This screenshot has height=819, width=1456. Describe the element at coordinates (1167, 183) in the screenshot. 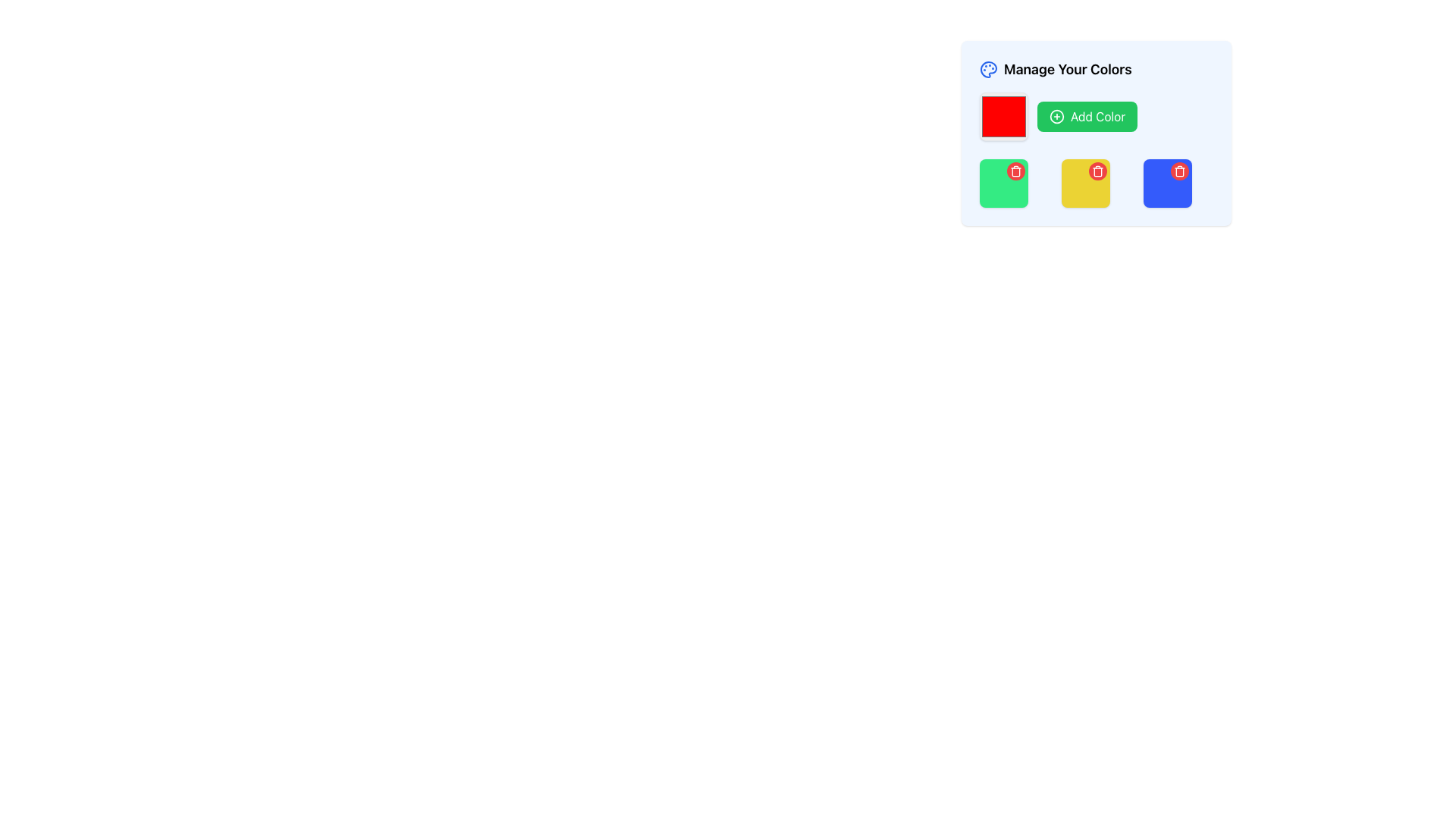

I see `the blue color tile with an interactive delete button` at that location.